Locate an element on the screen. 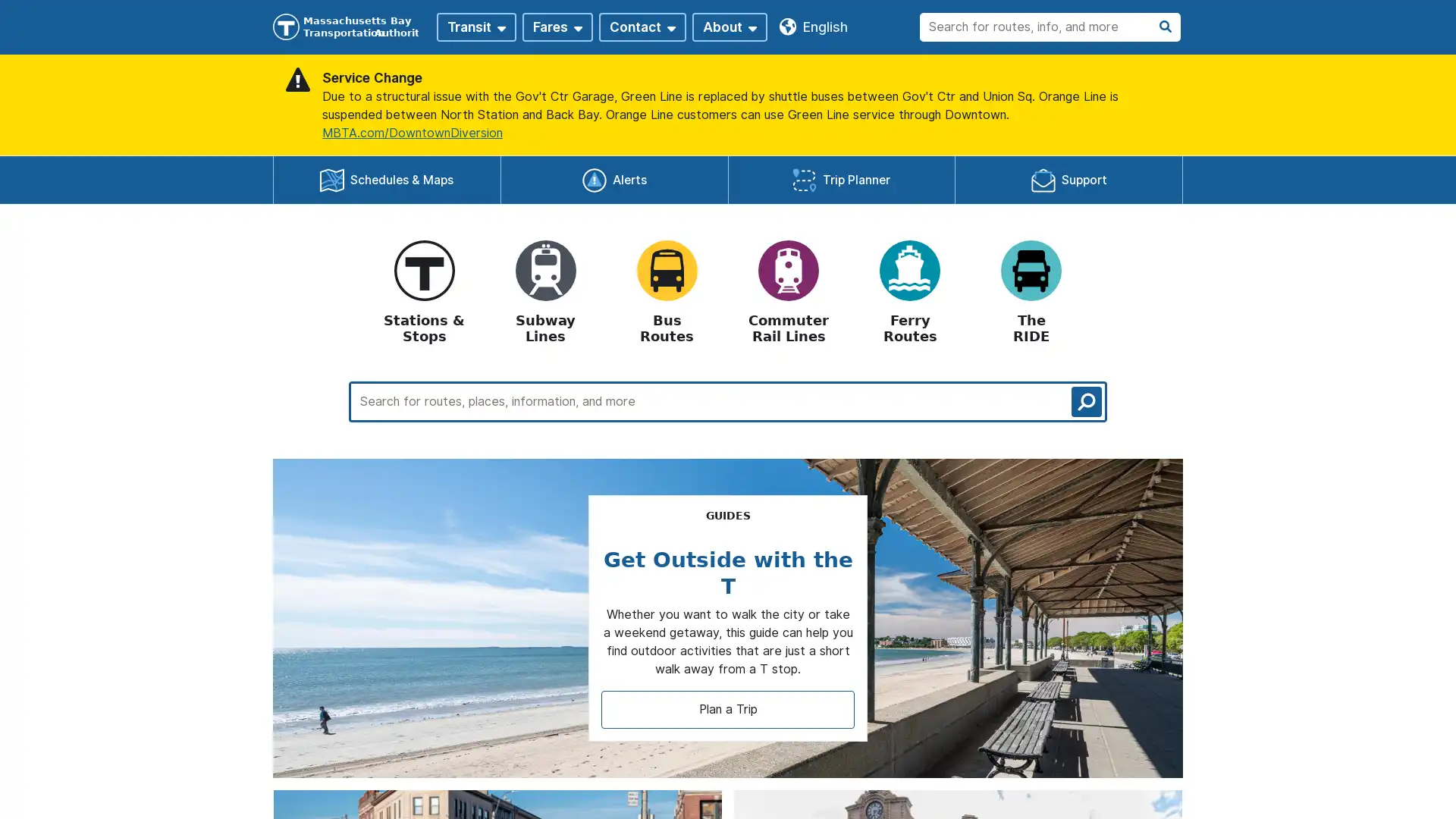  search is located at coordinates (1164, 27).